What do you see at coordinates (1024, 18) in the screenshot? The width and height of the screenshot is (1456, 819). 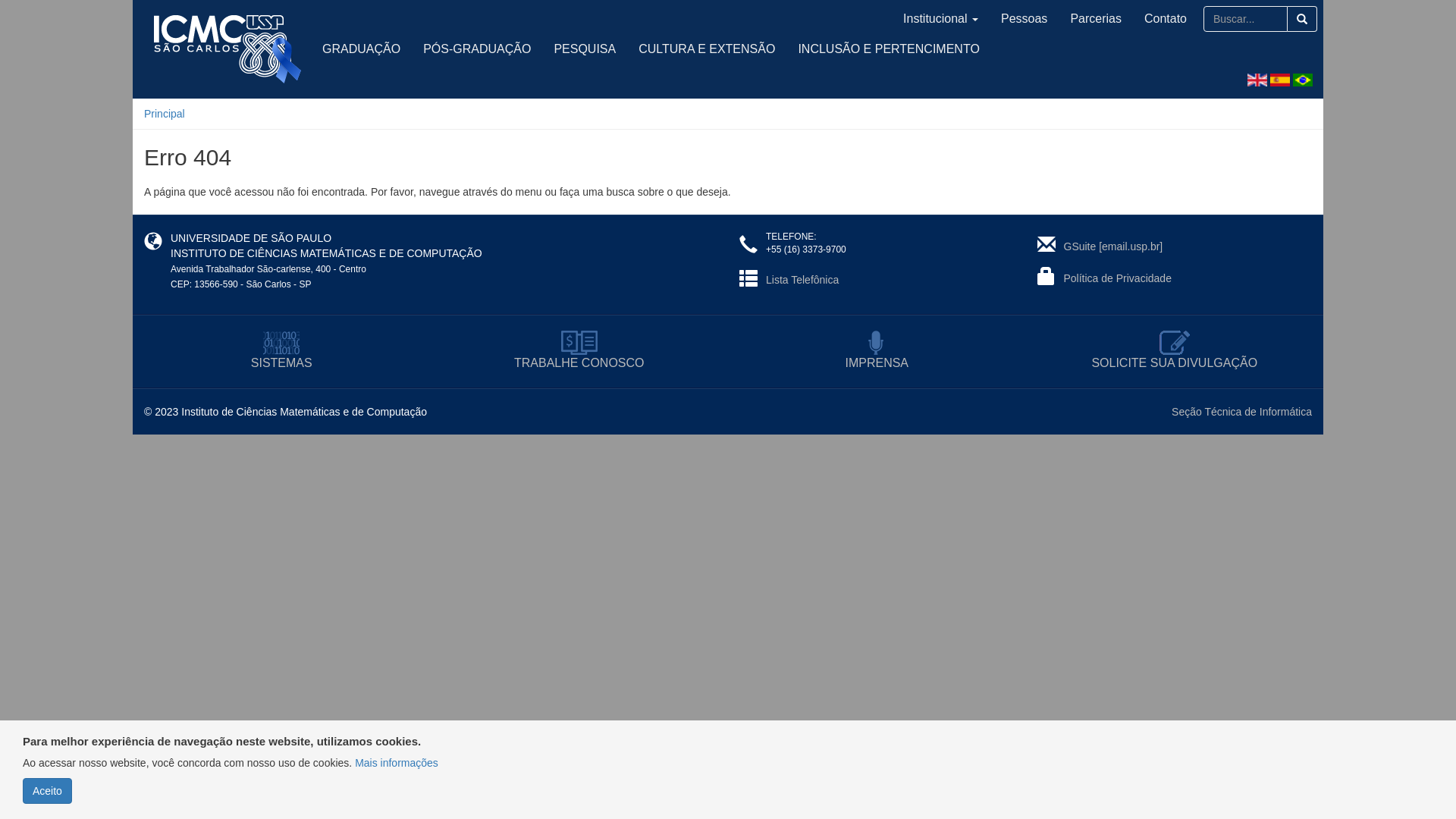 I see `'Pessoas'` at bounding box center [1024, 18].